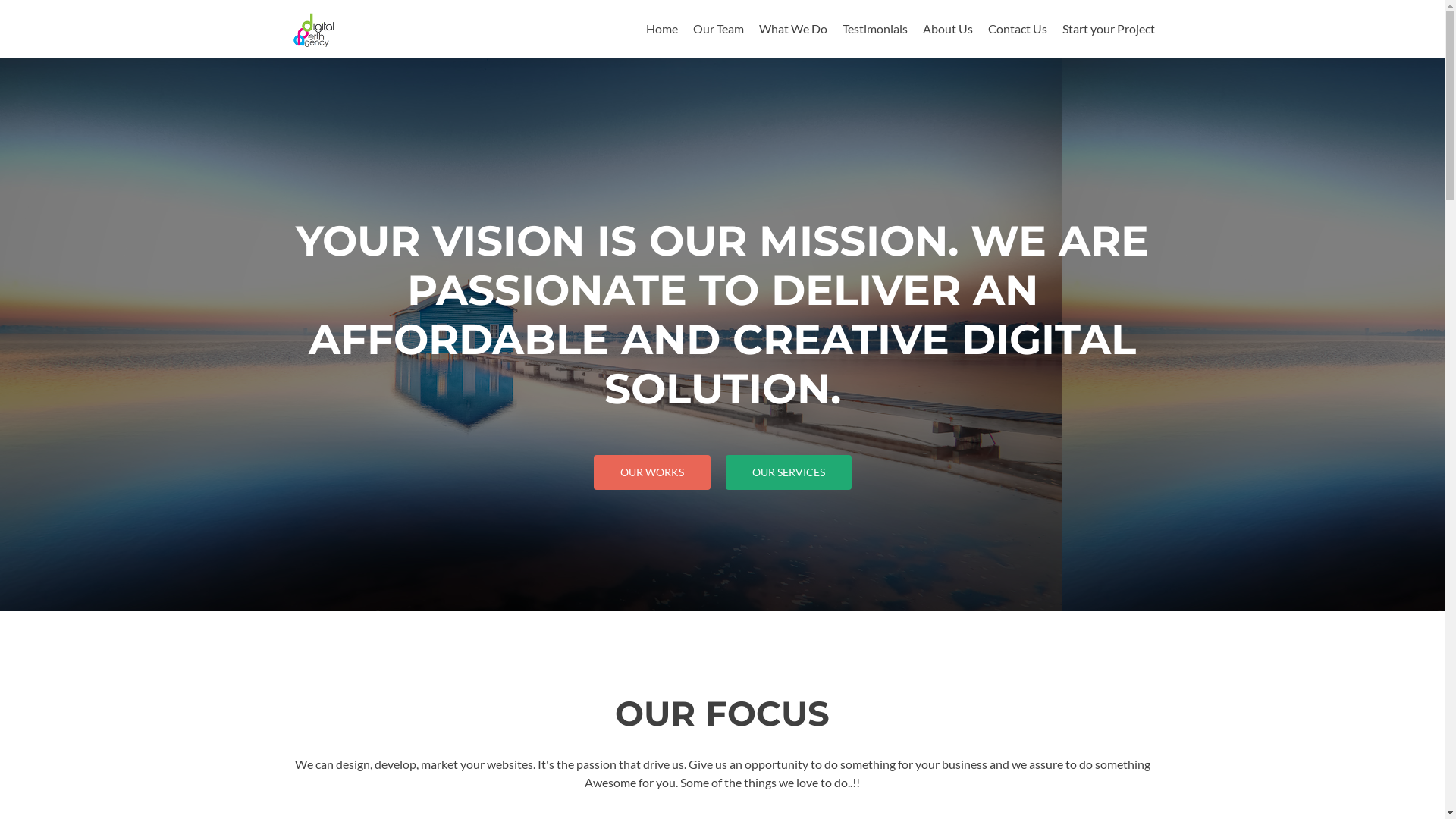  I want to click on 'OUR WORKS', so click(651, 472).